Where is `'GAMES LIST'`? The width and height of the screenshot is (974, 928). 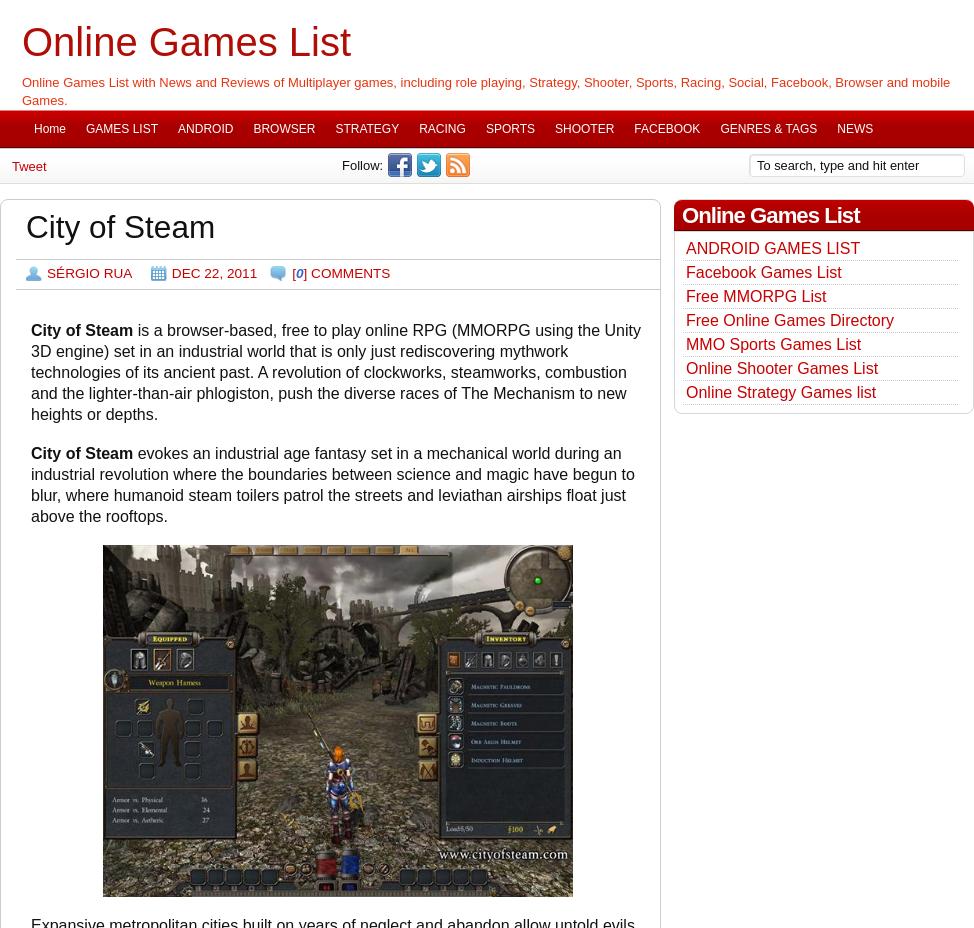 'GAMES LIST' is located at coordinates (121, 128).